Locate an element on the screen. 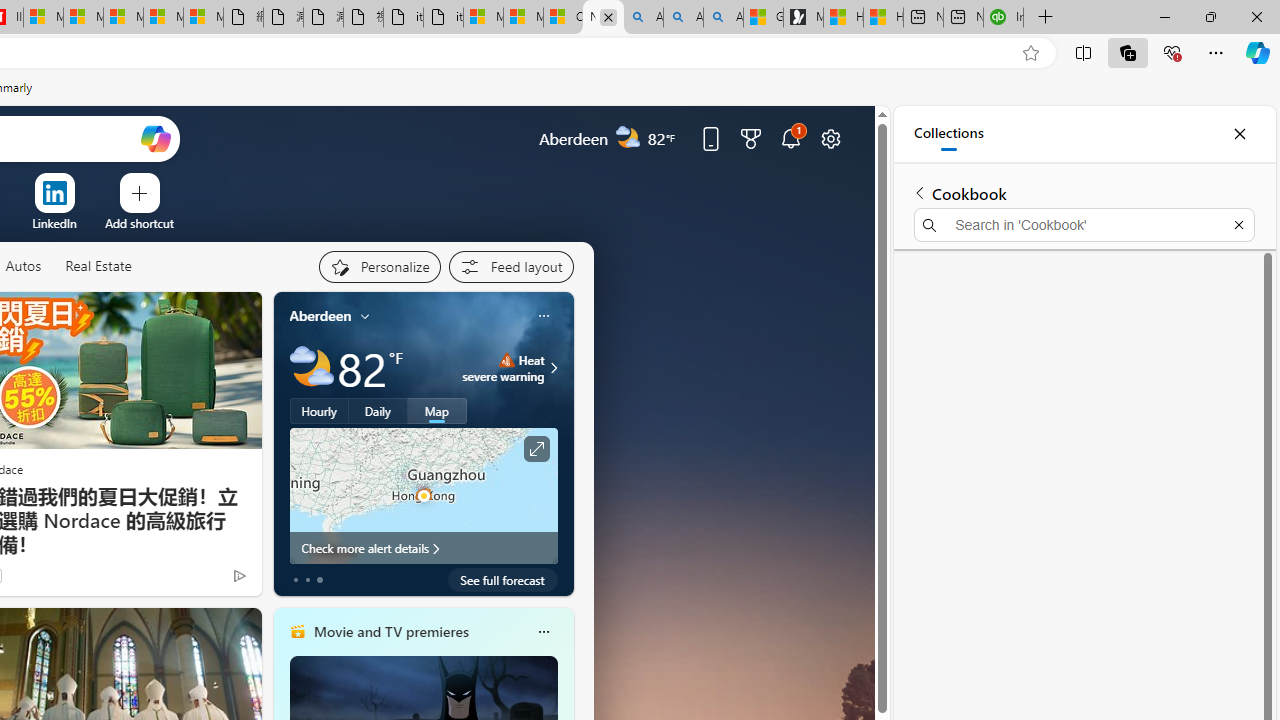 Image resolution: width=1280 pixels, height=720 pixels. 'Partly cloudy' is located at coordinates (310, 368).